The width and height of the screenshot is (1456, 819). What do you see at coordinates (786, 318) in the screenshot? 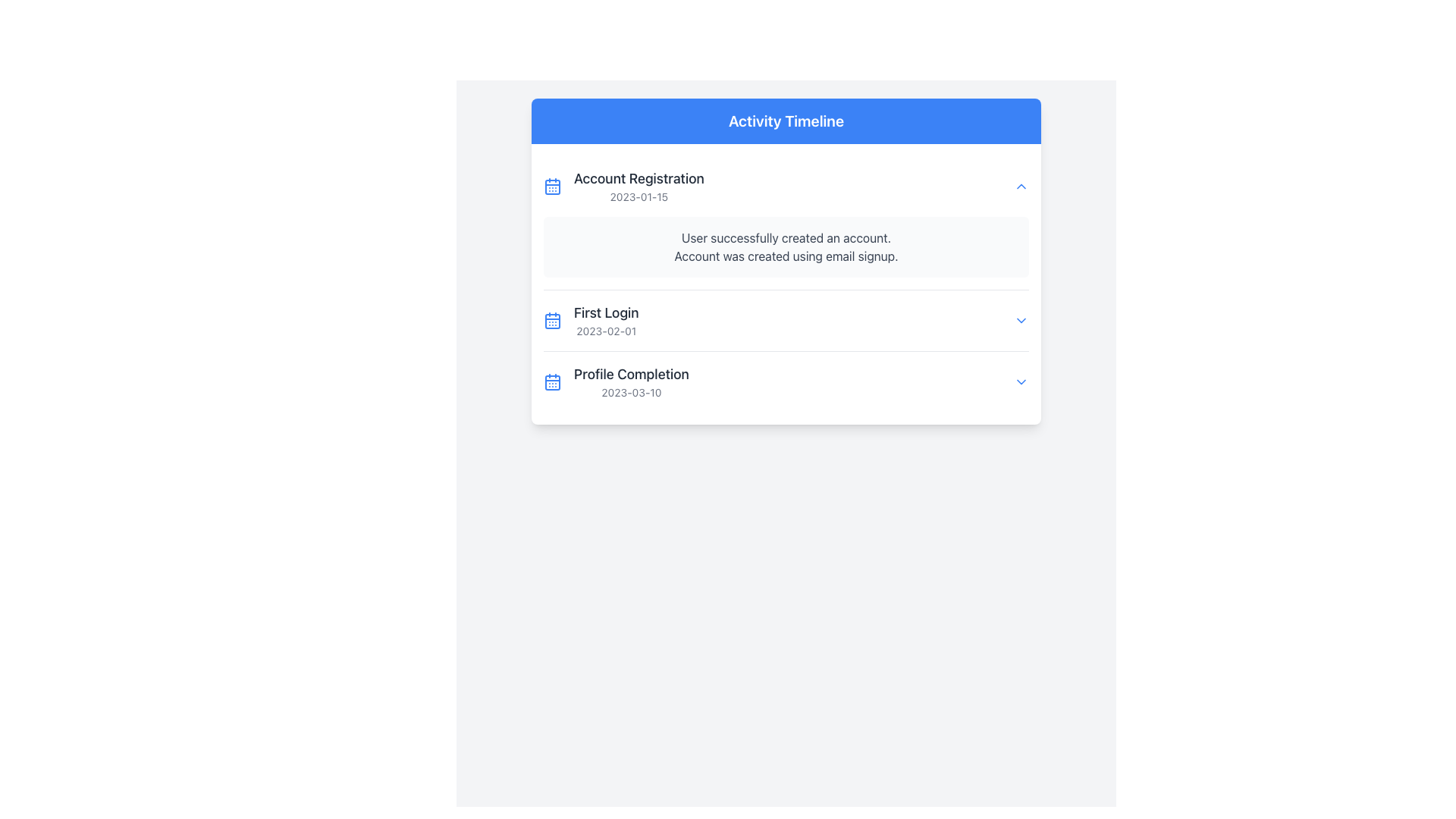
I see `the second entry in the vertical timeline list, which details the 'First Login' activity` at bounding box center [786, 318].